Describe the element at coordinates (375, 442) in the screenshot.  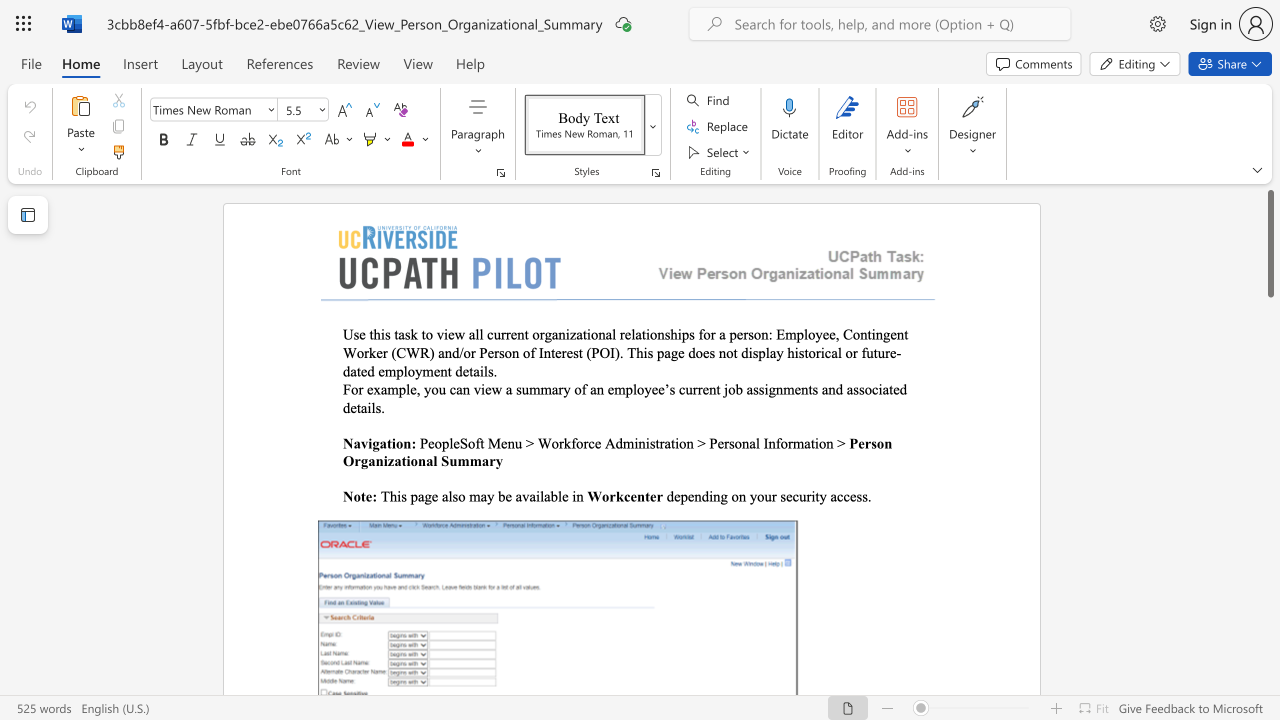
I see `the 1th character "g" in the text` at that location.